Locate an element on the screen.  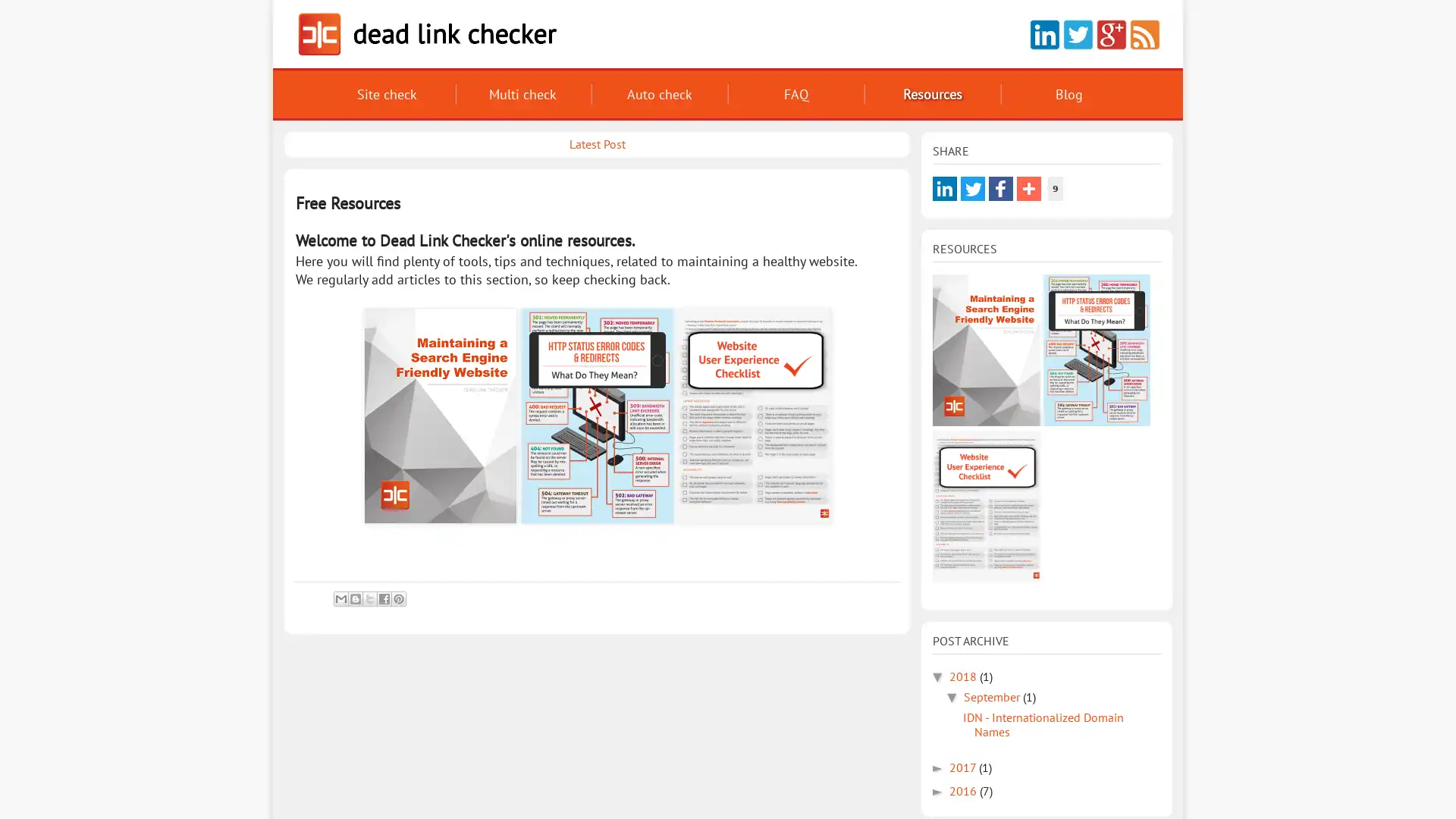
Share to LinkedIn is located at coordinates (944, 188).